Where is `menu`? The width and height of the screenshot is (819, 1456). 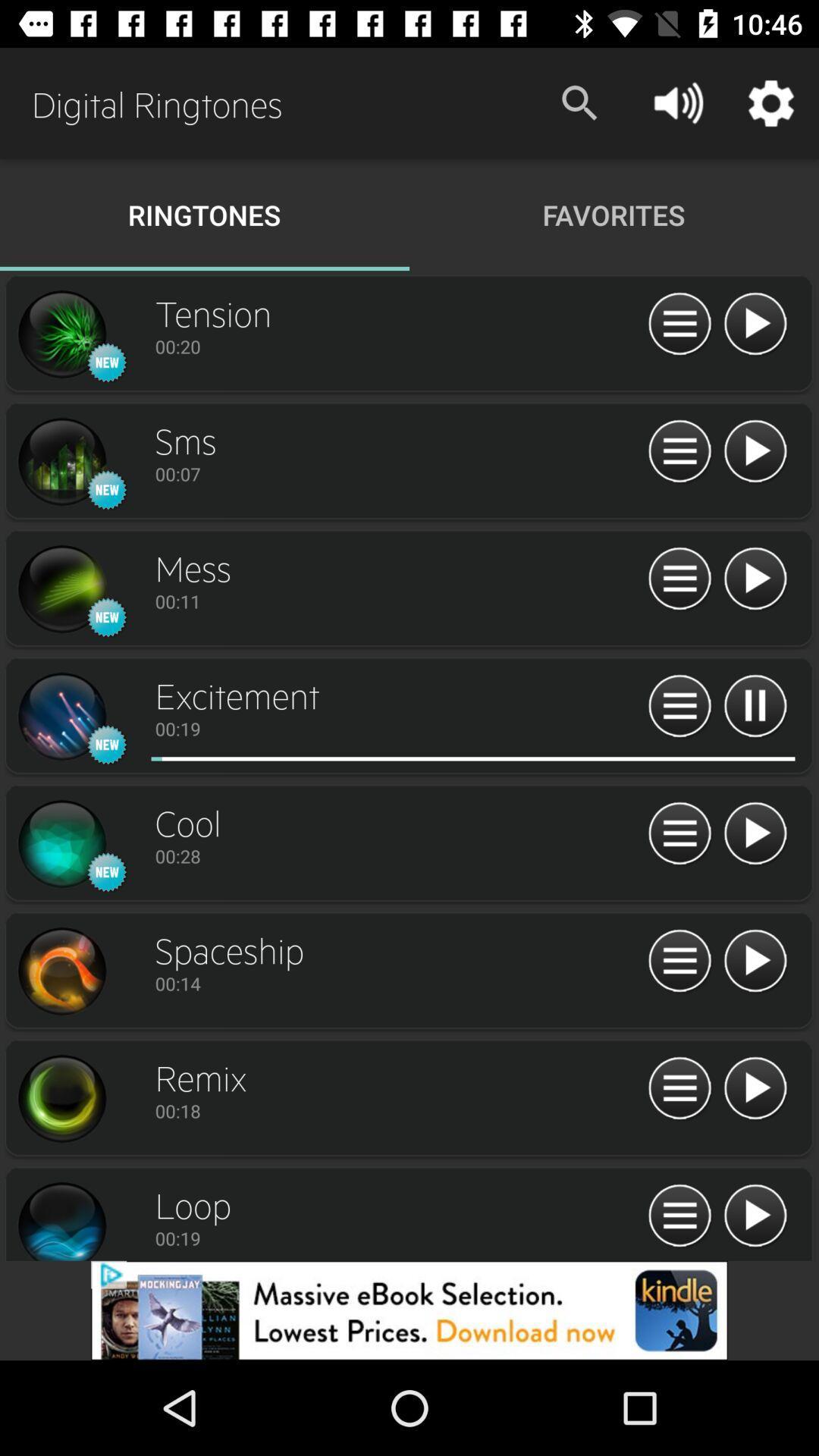 menu is located at coordinates (679, 961).